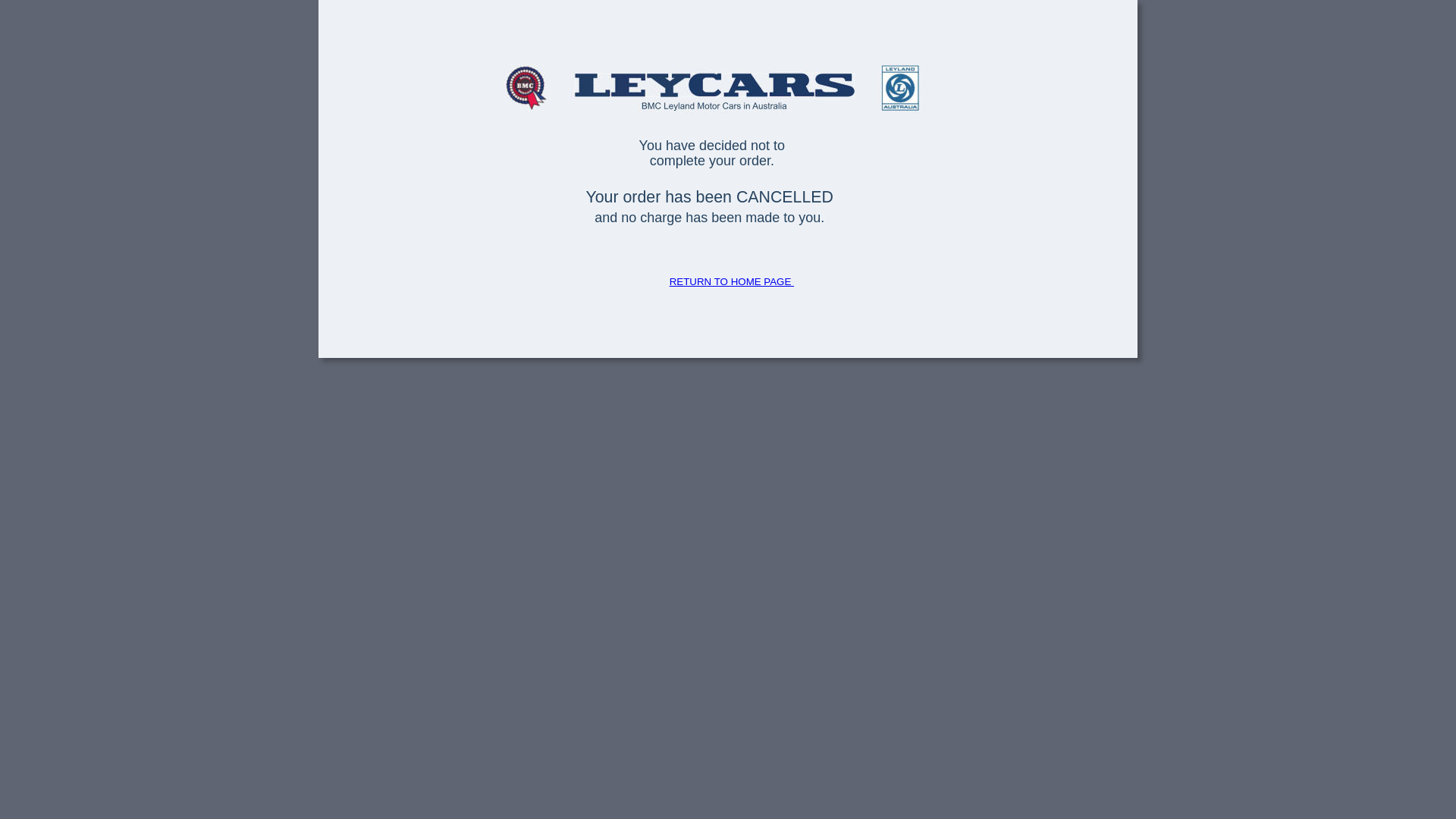 The height and width of the screenshot is (819, 1456). What do you see at coordinates (731, 281) in the screenshot?
I see `'RETURN TO HOME PAGE '` at bounding box center [731, 281].